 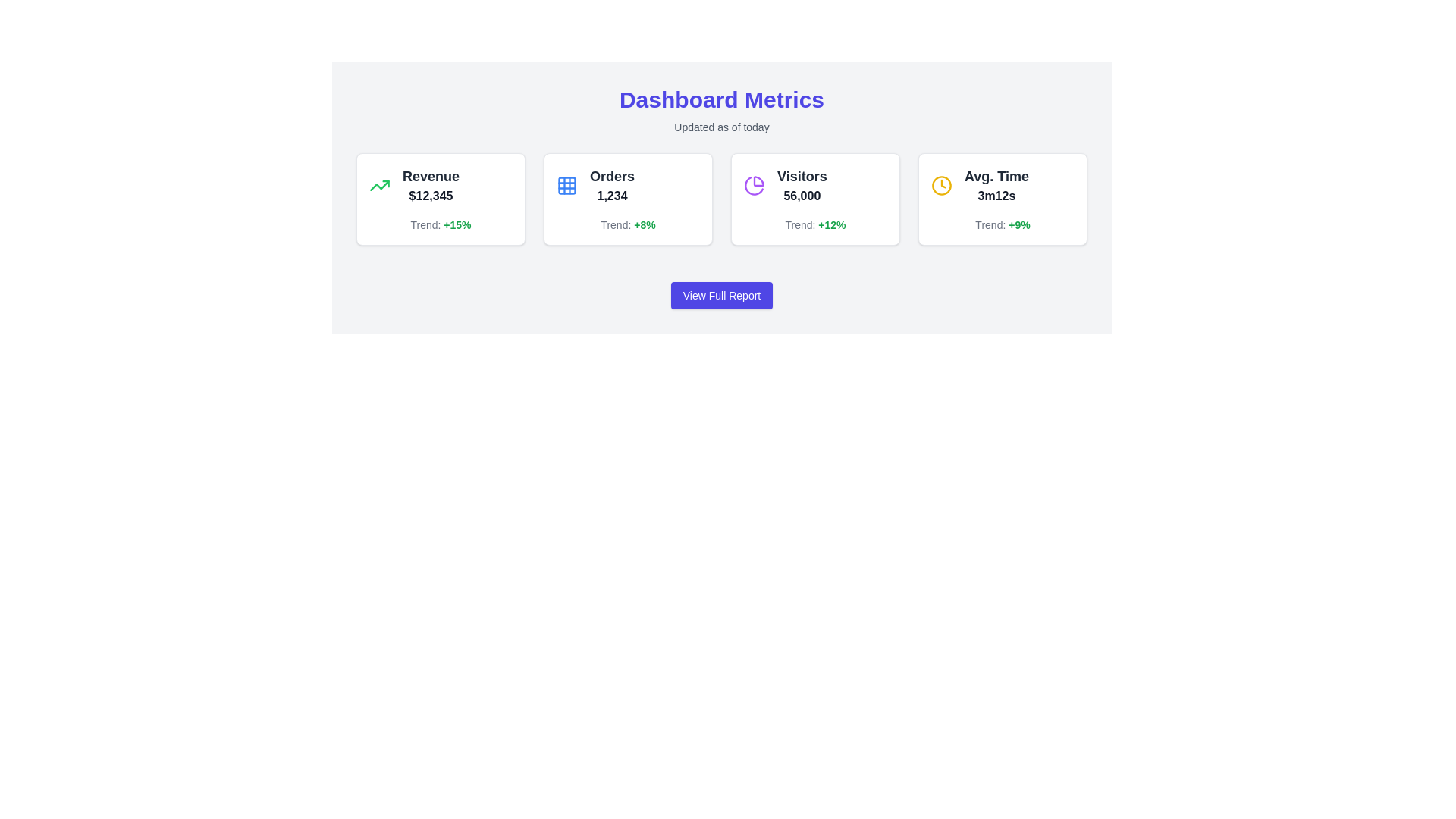 What do you see at coordinates (720, 127) in the screenshot?
I see `the static text element that provides additional information indicating the recency of the data above, located directly below 'Dashboard Metrics' and centered horizontally` at bounding box center [720, 127].